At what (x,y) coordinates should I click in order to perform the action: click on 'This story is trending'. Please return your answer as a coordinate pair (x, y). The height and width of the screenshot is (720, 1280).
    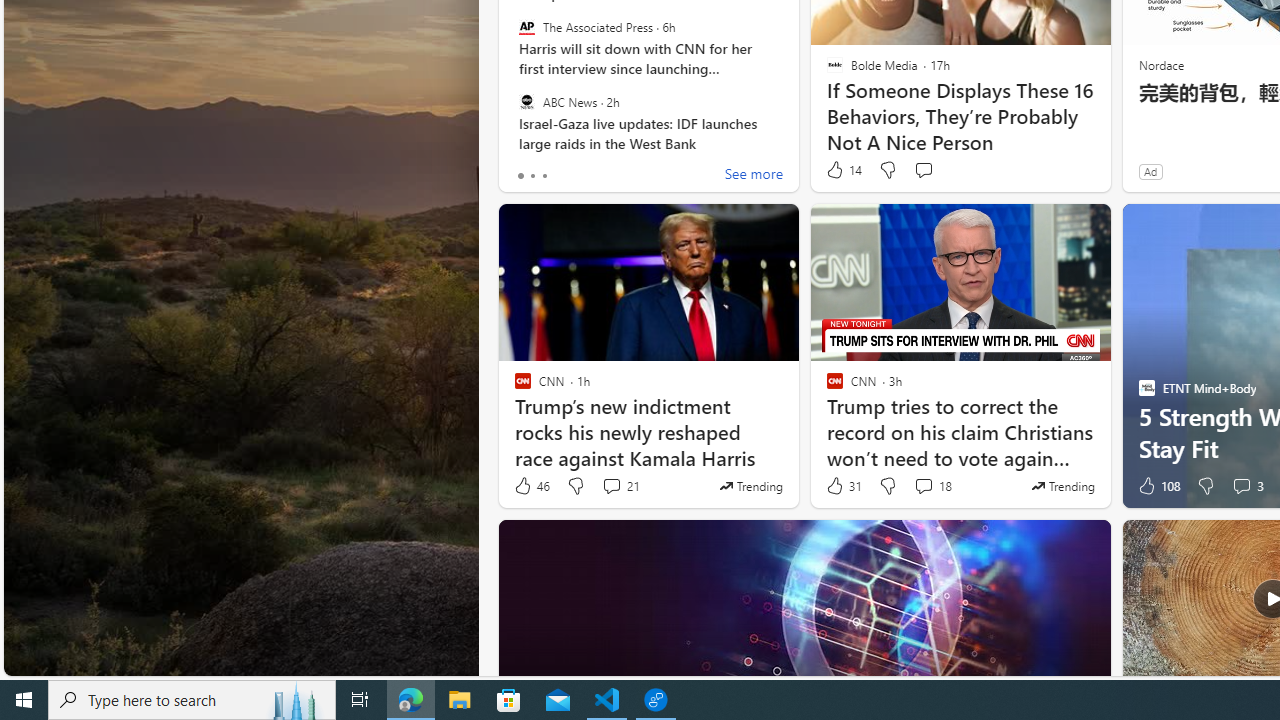
    Looking at the image, I should click on (1062, 486).